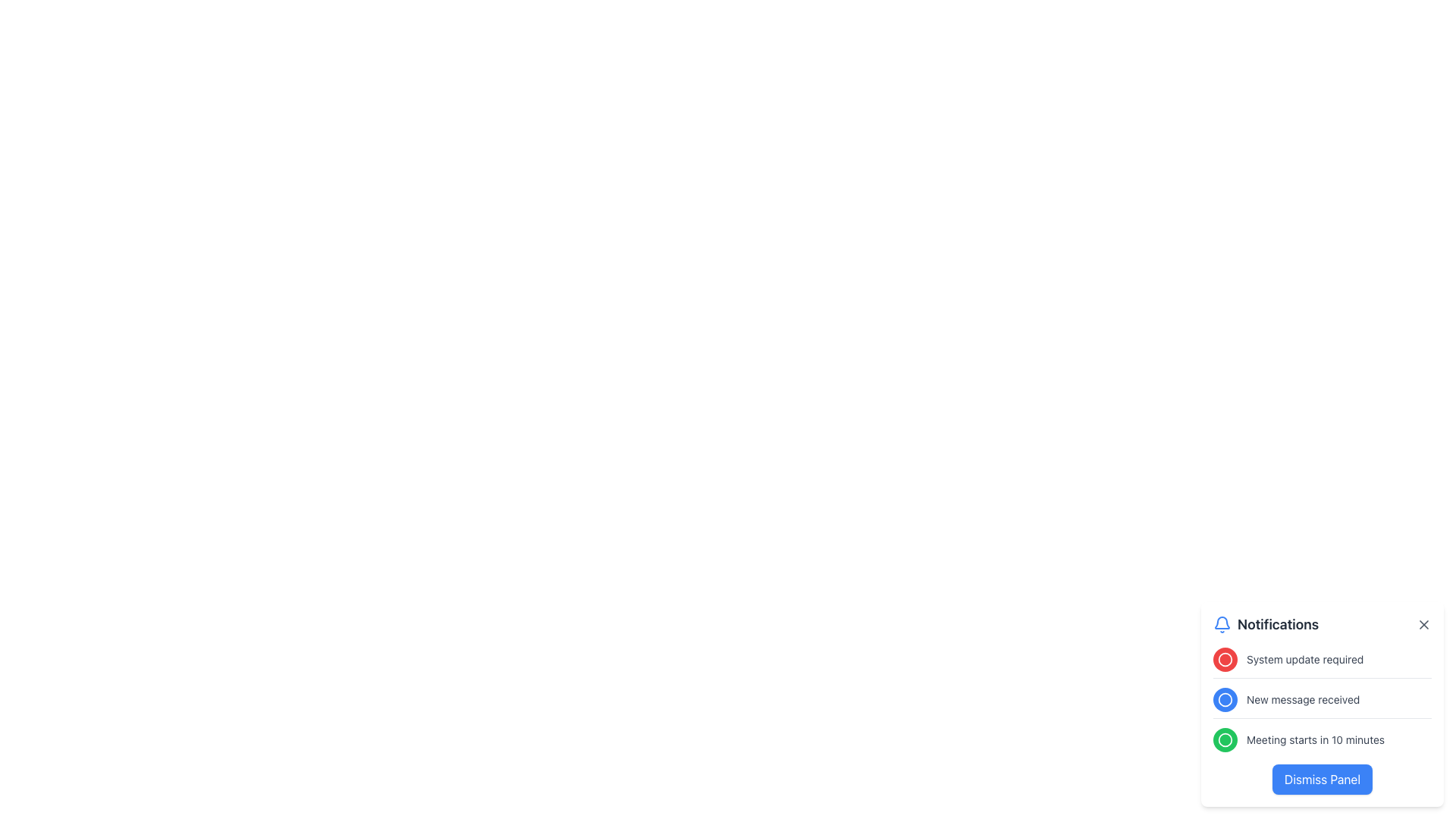  Describe the element at coordinates (1321, 703) in the screenshot. I see `the icon of the second notification item in the vertical list` at that location.